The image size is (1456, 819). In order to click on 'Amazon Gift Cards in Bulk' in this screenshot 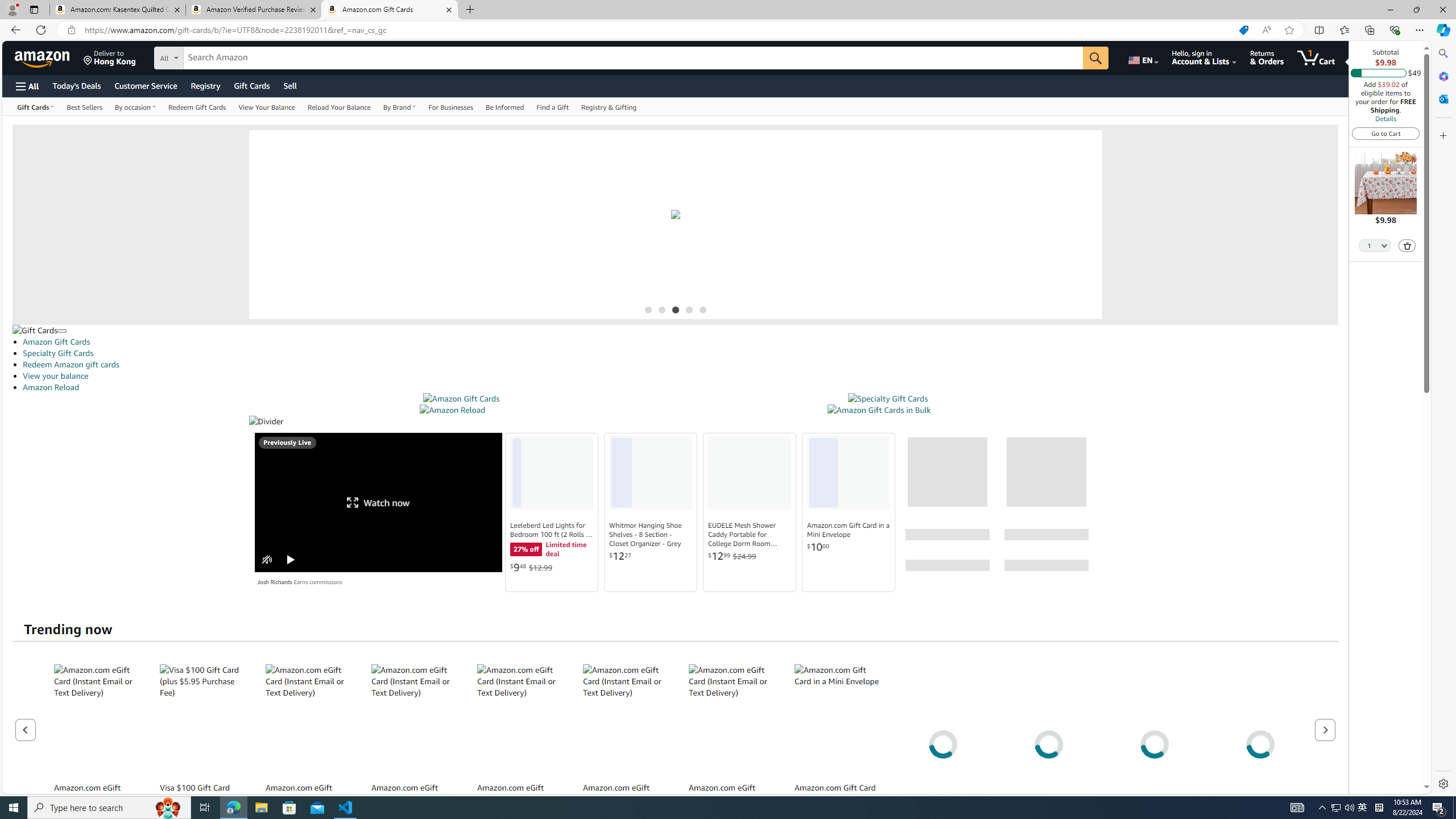, I will do `click(878, 409)`.